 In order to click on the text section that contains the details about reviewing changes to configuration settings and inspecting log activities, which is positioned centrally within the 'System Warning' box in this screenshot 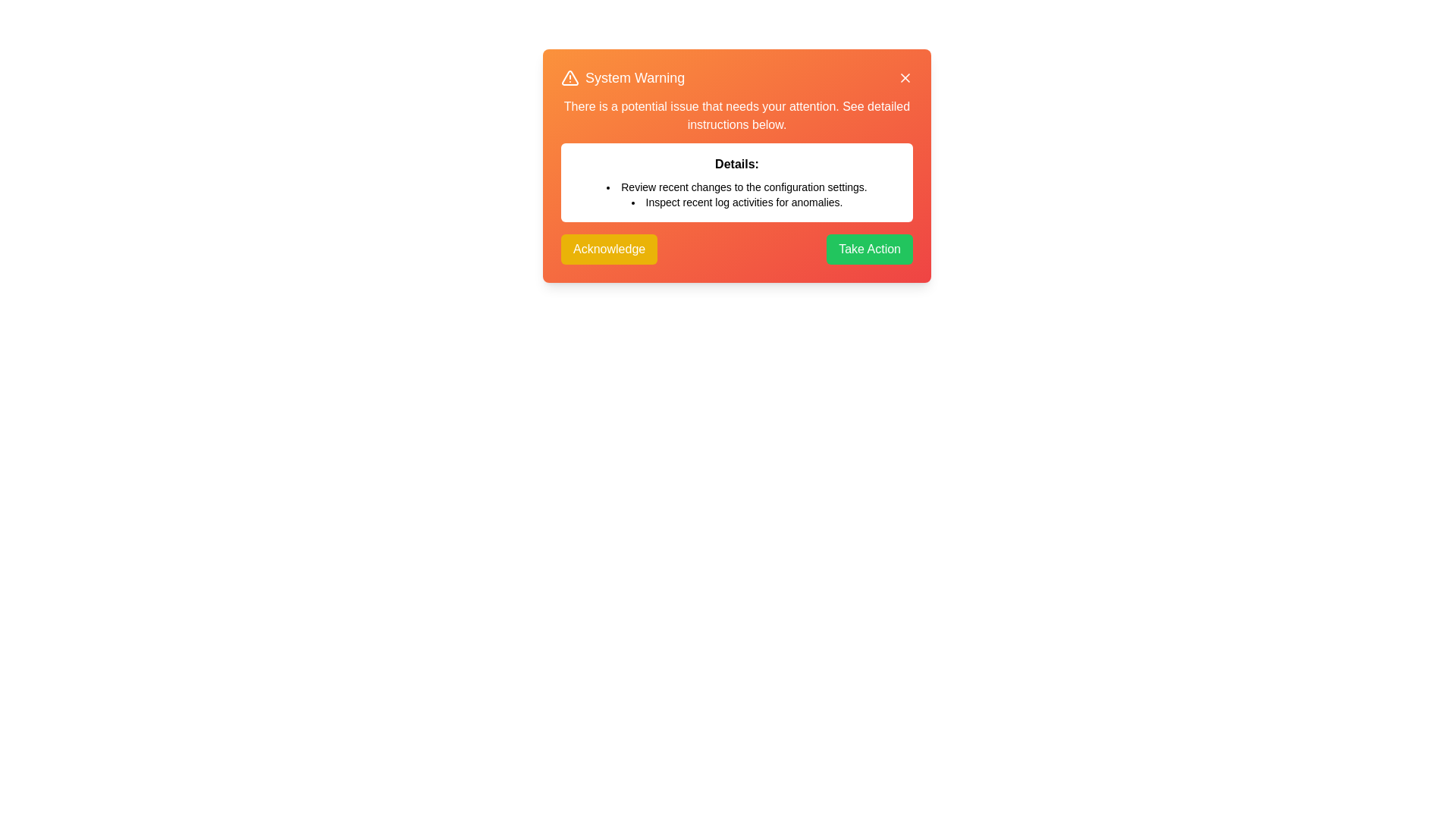, I will do `click(736, 160)`.